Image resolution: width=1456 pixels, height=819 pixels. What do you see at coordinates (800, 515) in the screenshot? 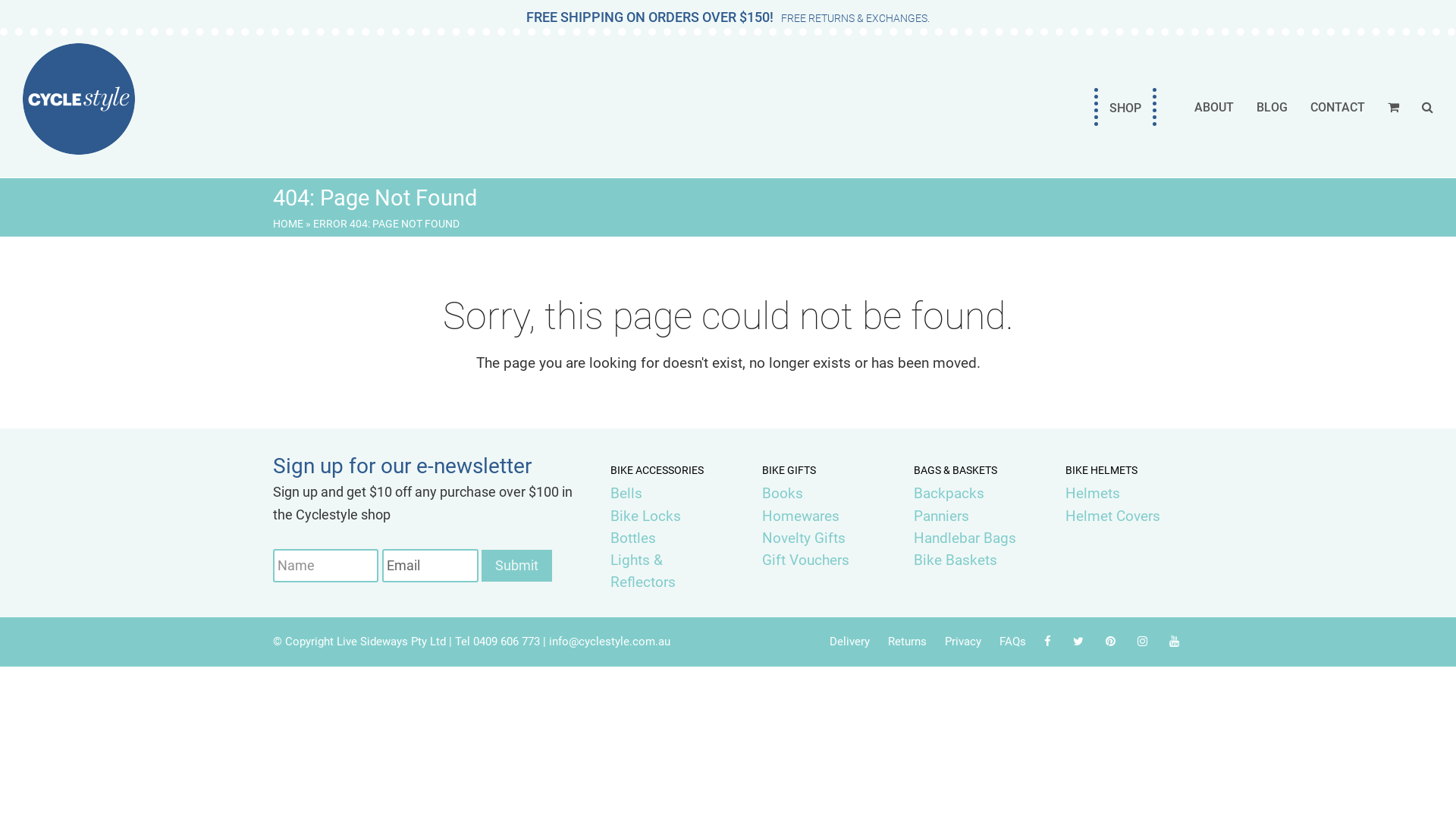
I see `'Homewares'` at bounding box center [800, 515].